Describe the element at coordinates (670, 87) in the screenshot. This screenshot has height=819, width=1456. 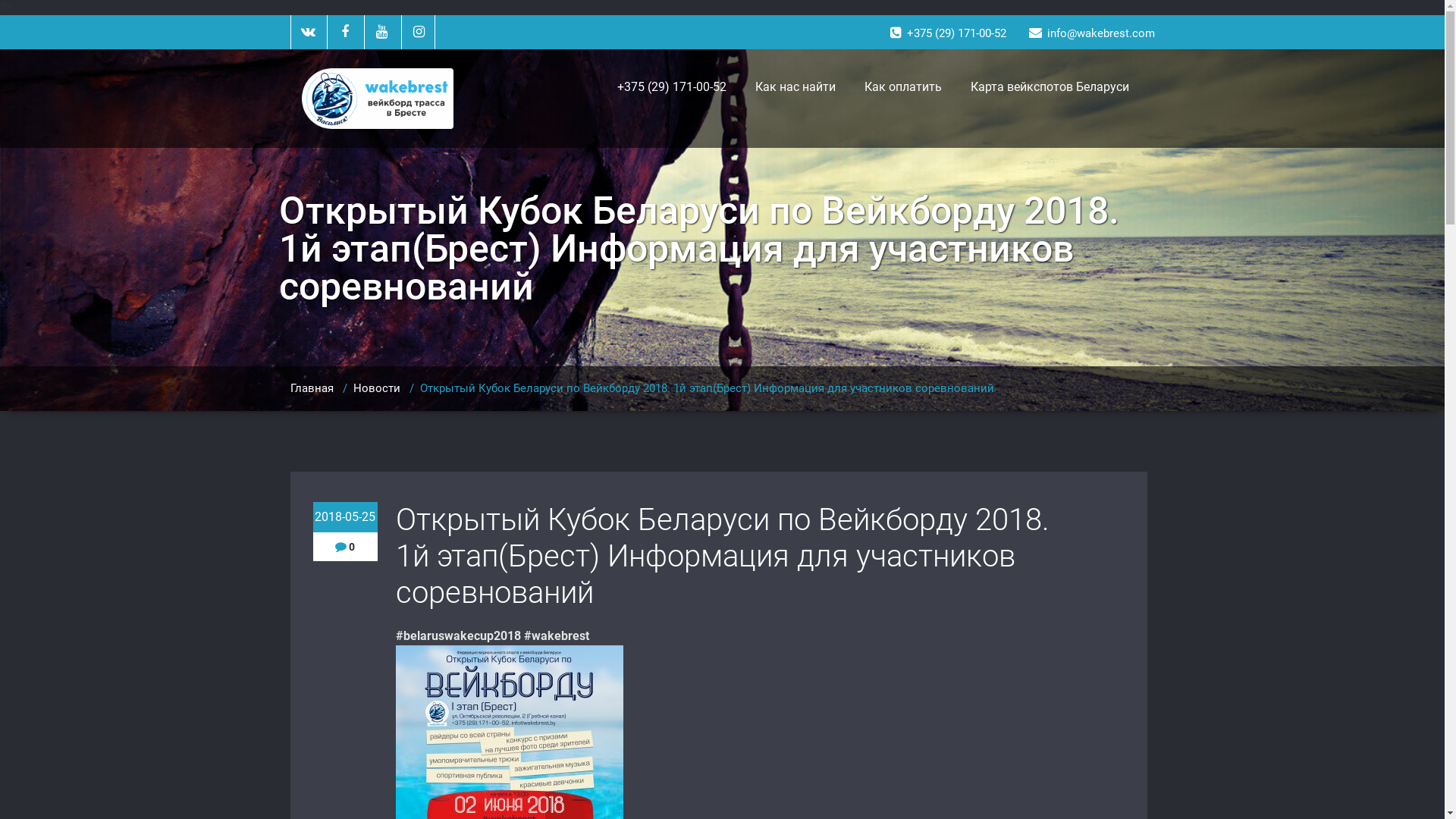
I see `'+375 (29) 171-00-52'` at that location.